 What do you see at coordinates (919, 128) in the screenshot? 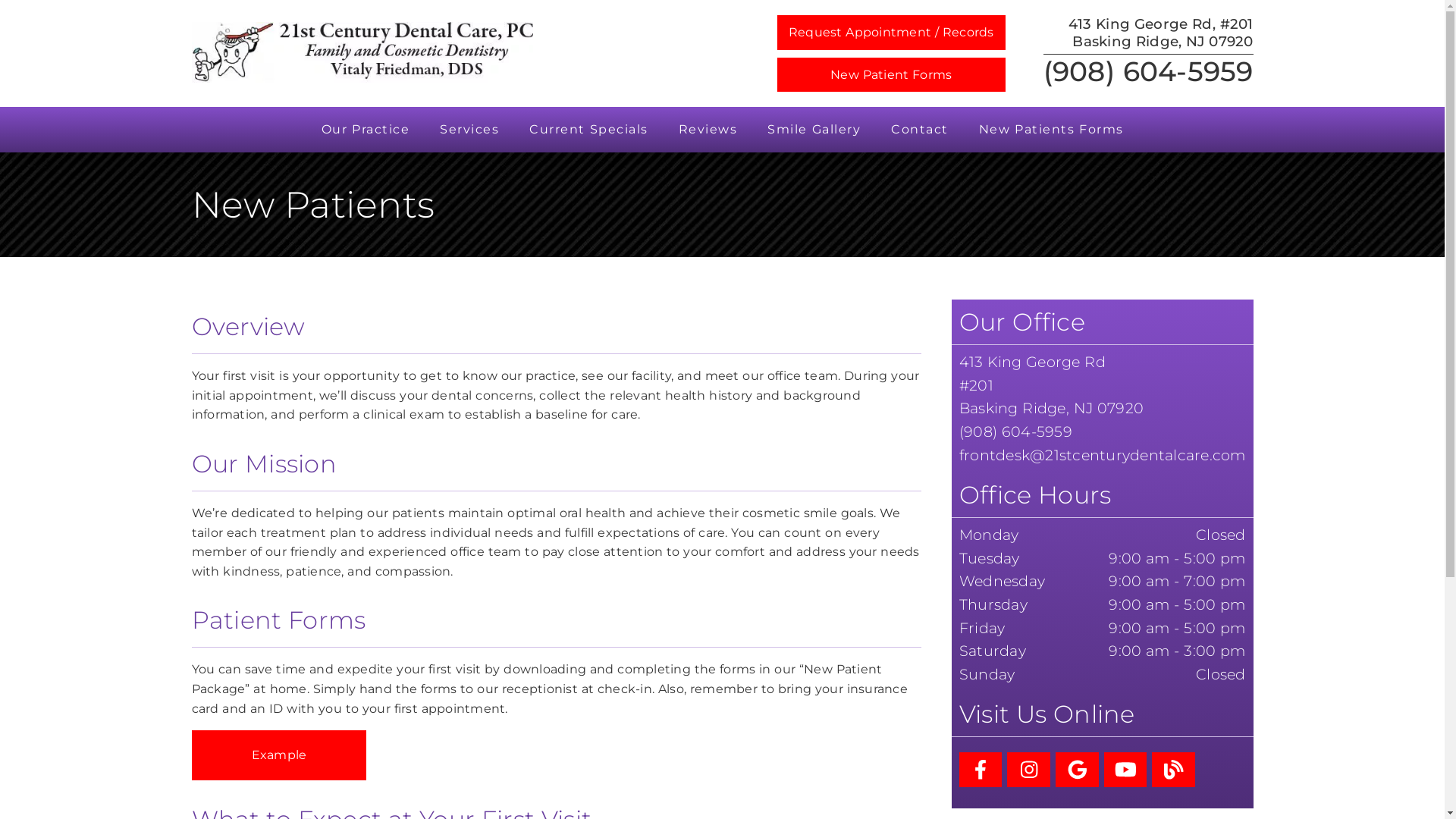
I see `'Contact'` at bounding box center [919, 128].